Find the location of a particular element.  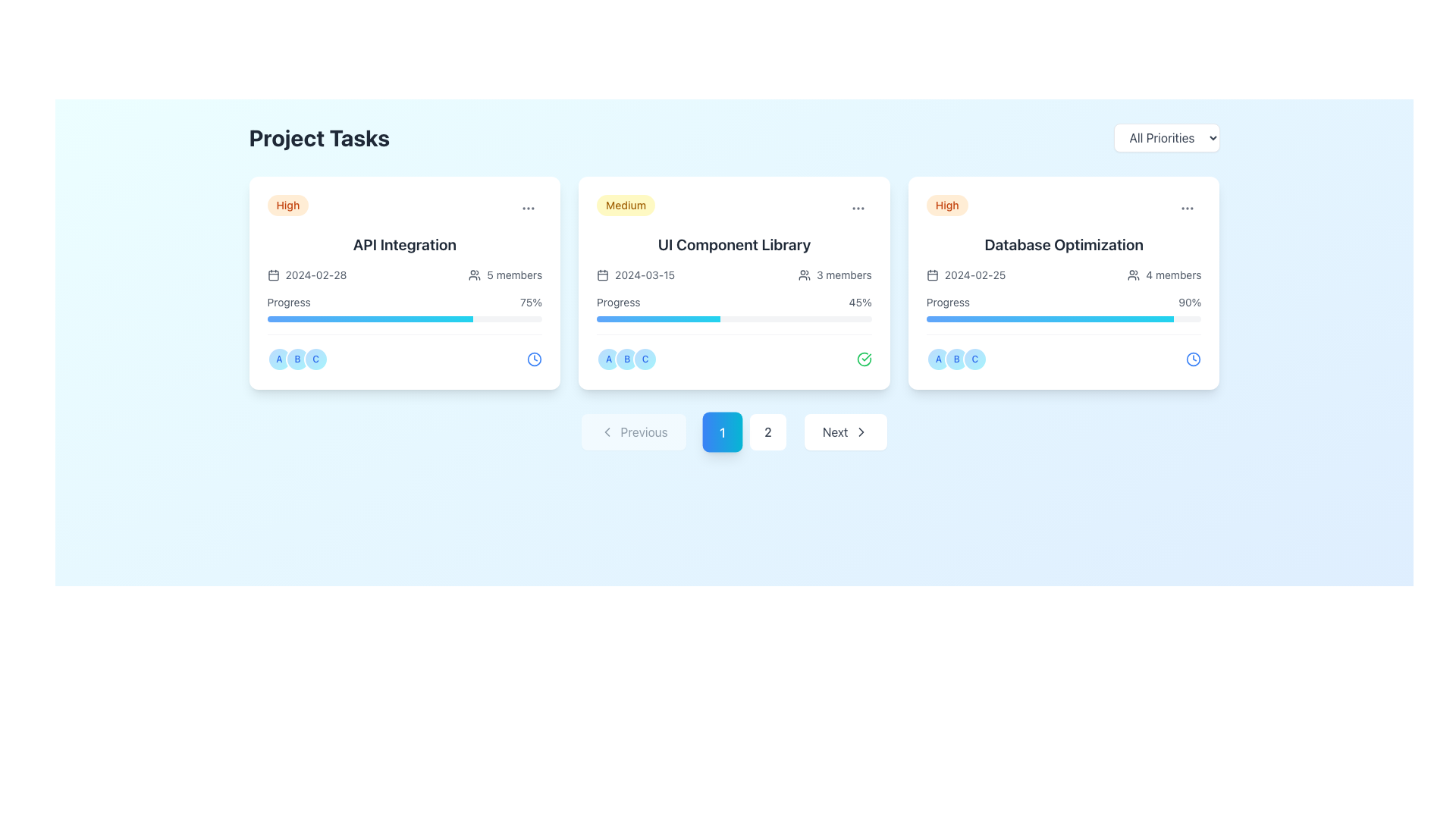

the progress bar segment that visually indicates a progression of 45% within the 'UI Component Library' card is located at coordinates (658, 318).